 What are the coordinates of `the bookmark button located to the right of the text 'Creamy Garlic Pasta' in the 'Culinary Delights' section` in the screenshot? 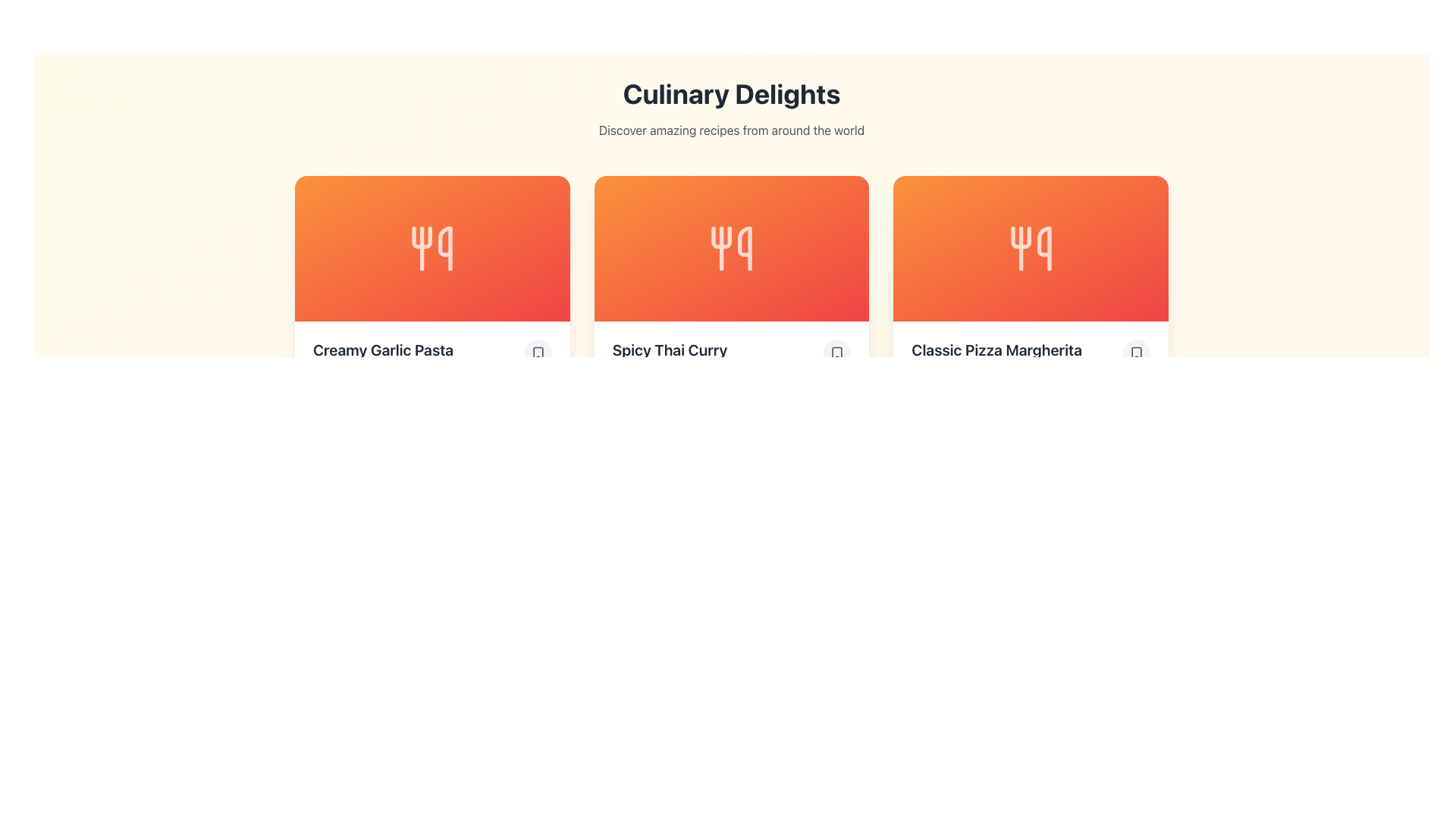 It's located at (538, 353).